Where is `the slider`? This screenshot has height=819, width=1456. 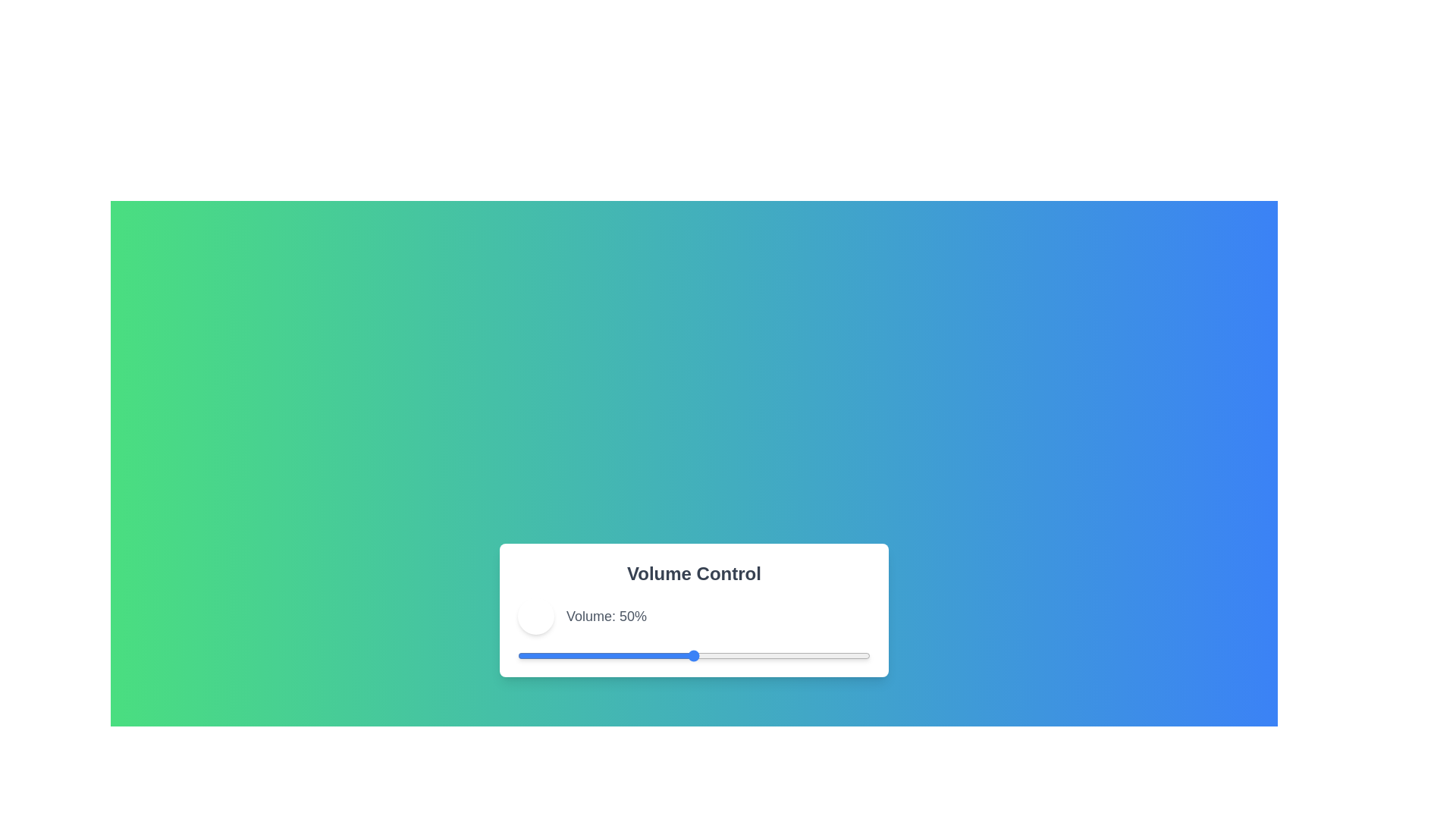 the slider is located at coordinates (799, 654).